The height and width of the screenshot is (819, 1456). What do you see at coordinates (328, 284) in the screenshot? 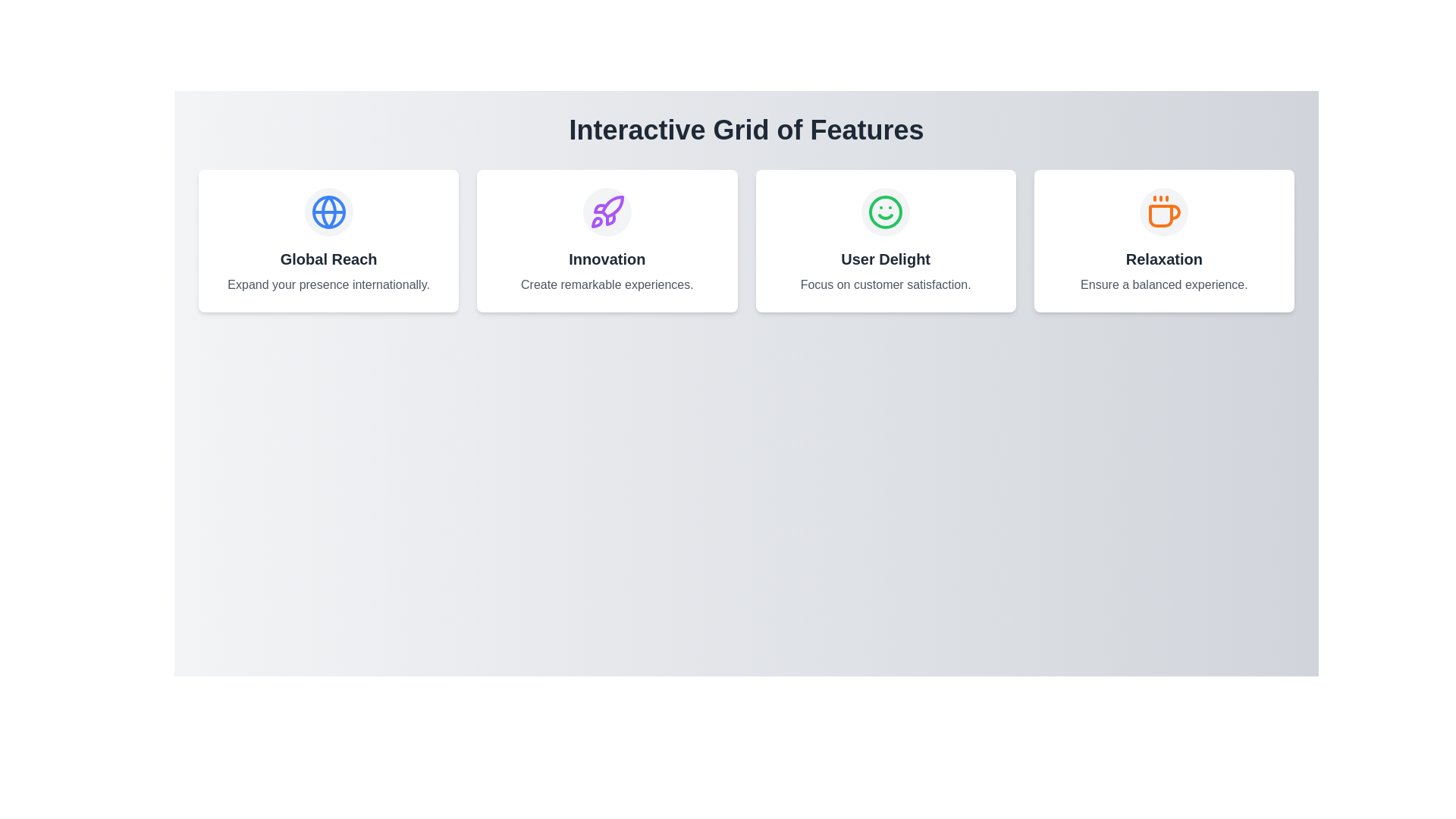
I see `the text label displaying 'Expand your presence internationally.' which is styled in gray font and positioned below the title 'Global Reach.'` at bounding box center [328, 284].